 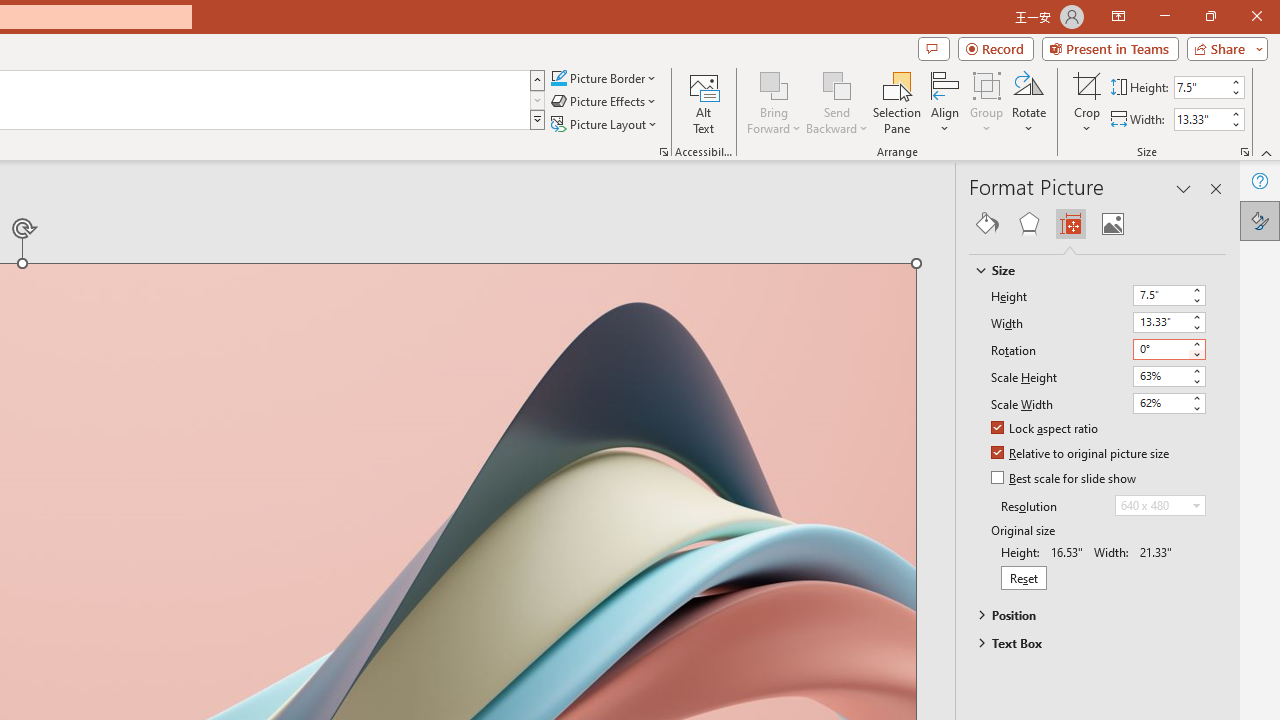 I want to click on 'Size & Properties', so click(x=1069, y=223).